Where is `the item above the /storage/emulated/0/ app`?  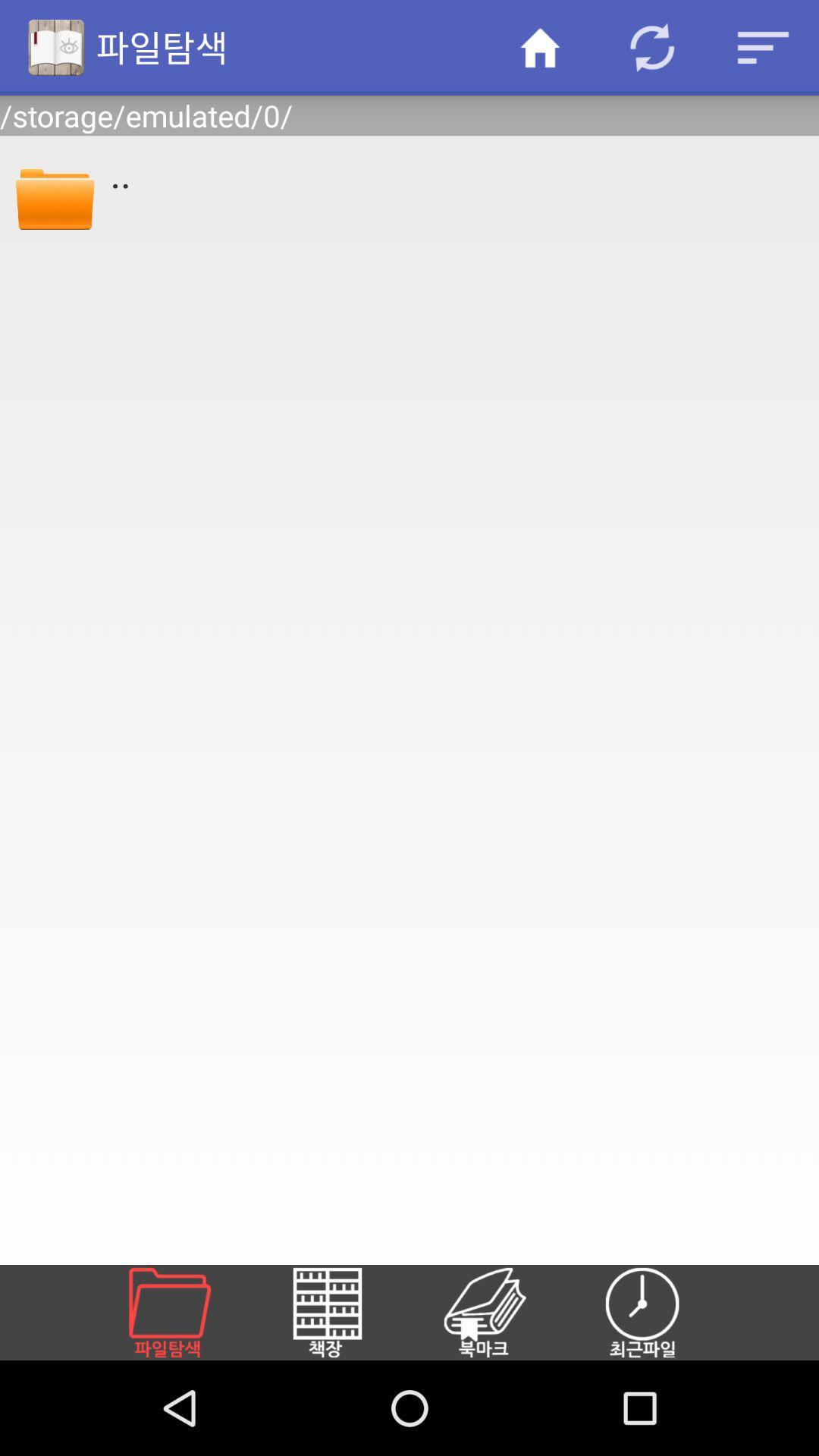
the item above the /storage/emulated/0/ app is located at coordinates (763, 47).